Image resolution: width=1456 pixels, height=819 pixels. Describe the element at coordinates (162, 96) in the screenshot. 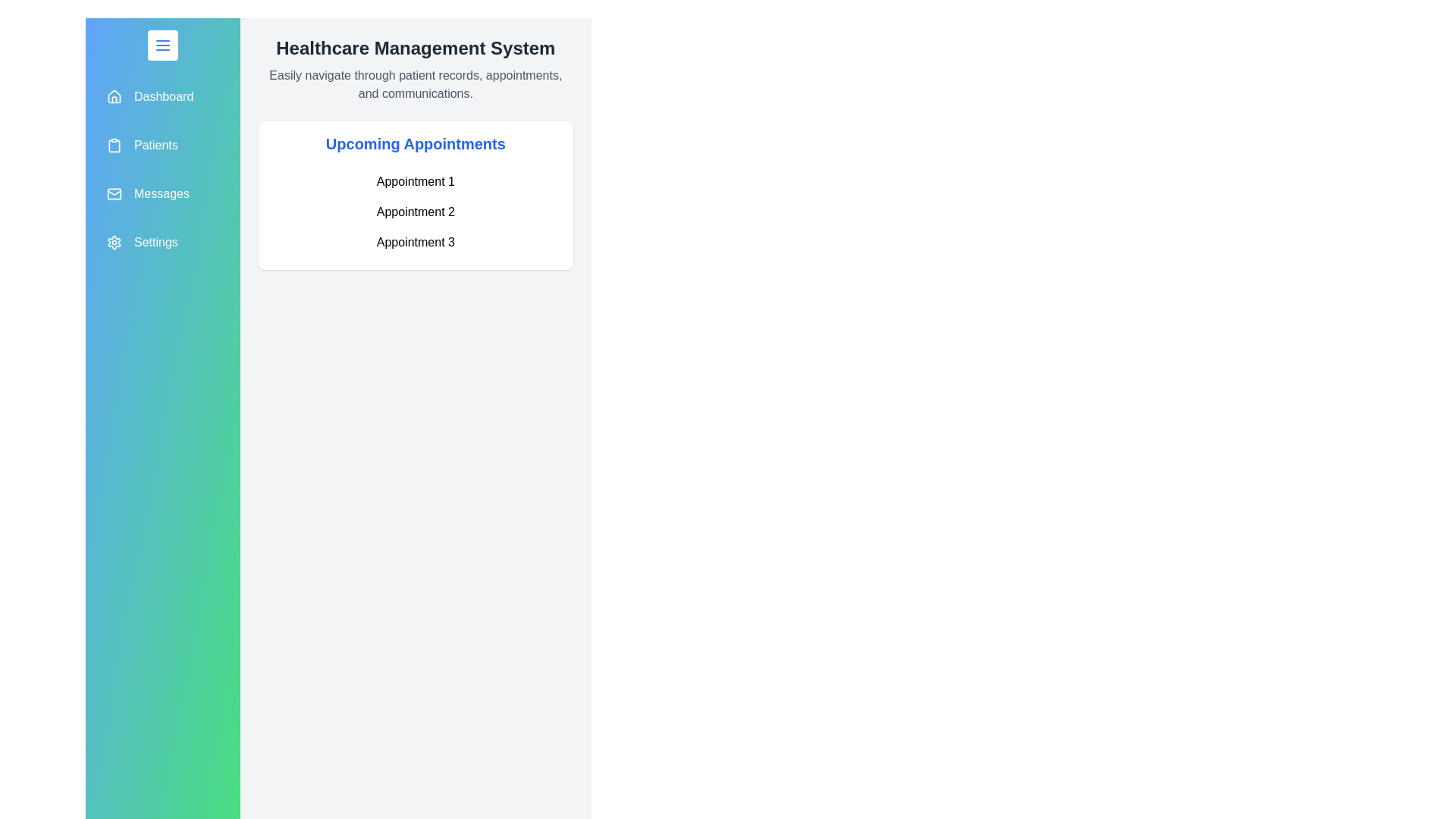

I see `the navigation item Dashboard` at that location.